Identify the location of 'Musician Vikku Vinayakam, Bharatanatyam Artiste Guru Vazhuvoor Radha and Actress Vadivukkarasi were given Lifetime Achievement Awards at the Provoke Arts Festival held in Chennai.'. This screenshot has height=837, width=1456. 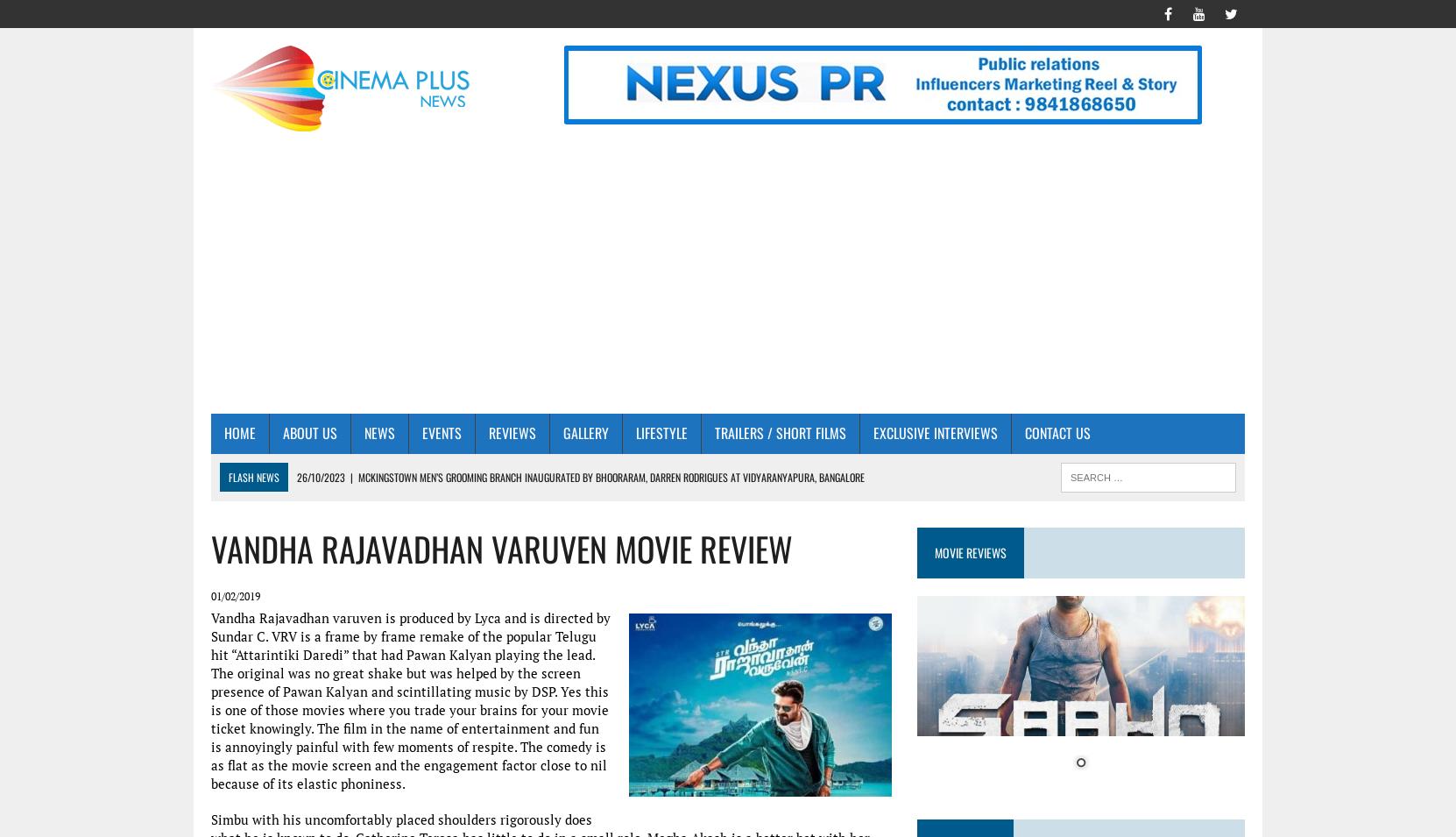
(578, 491).